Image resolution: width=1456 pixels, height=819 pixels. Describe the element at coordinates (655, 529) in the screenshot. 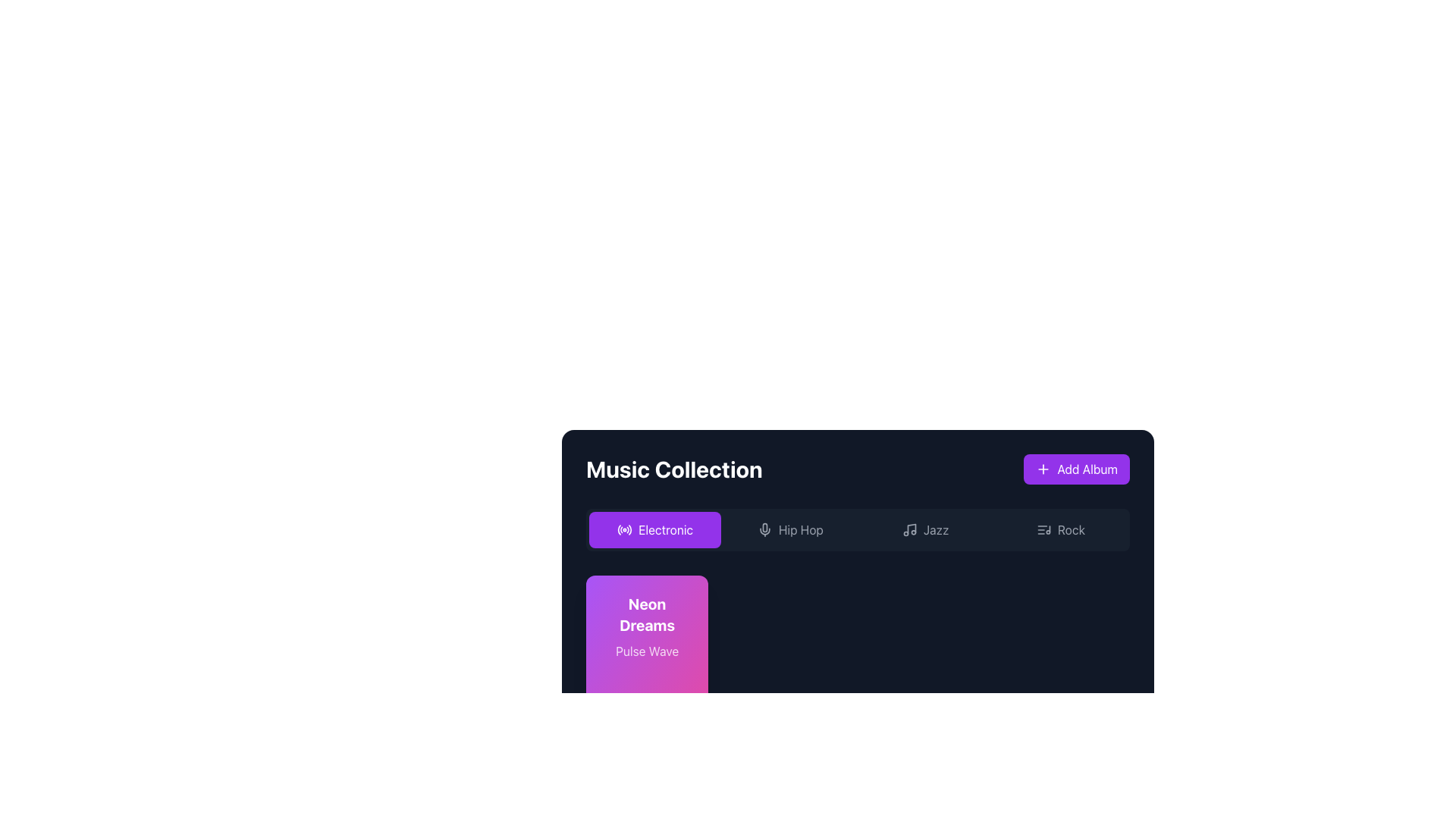

I see `the 'Electronic' button, which is a vibrant purple rectangular button with rounded corners, displaying white text and an icon, located below the 'Music Collection' header` at that location.